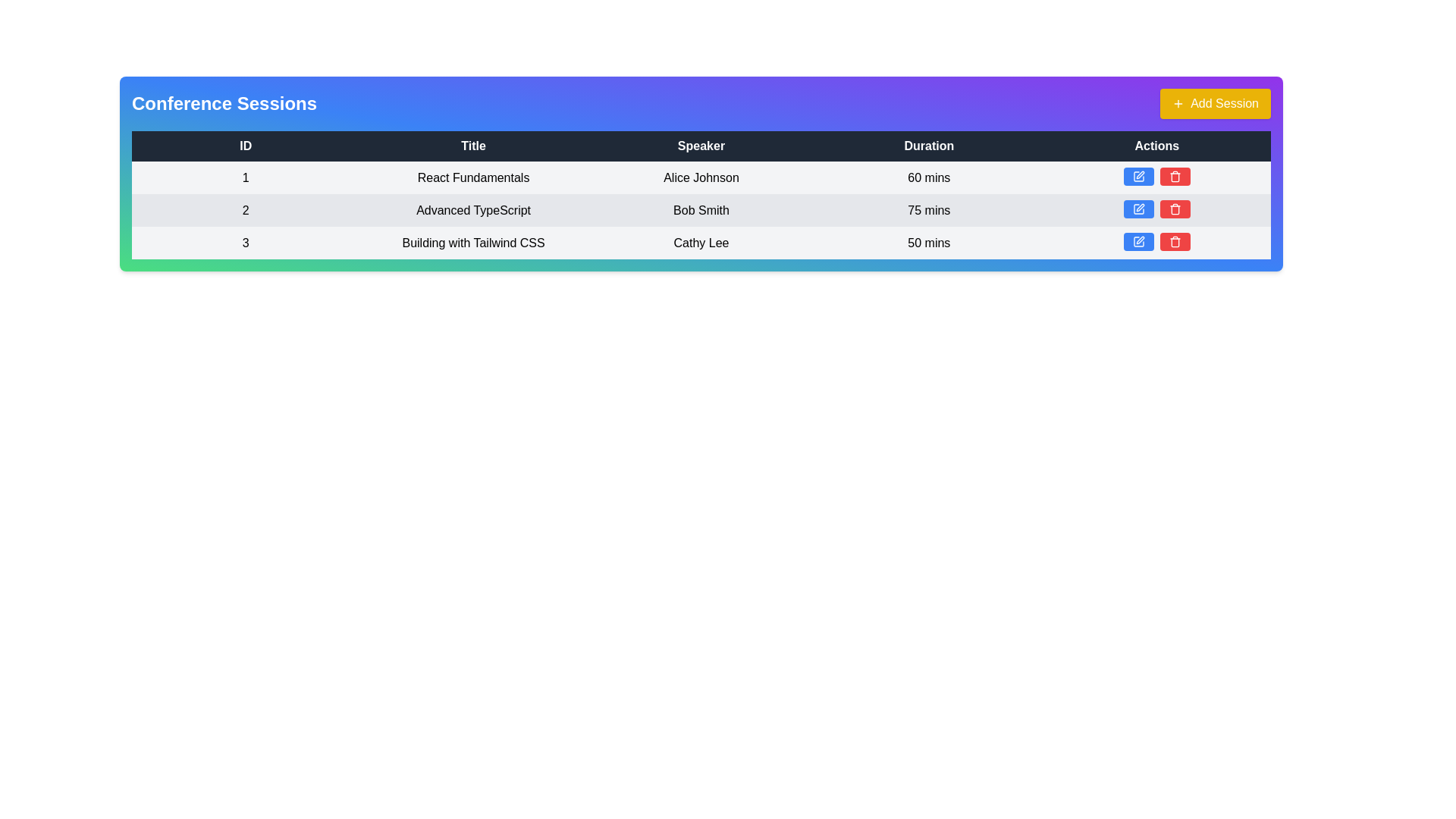  I want to click on the static text field displaying 'Alice Johnson', which is located in the third column of the first row under the 'Speaker' header in the table, so click(701, 177).